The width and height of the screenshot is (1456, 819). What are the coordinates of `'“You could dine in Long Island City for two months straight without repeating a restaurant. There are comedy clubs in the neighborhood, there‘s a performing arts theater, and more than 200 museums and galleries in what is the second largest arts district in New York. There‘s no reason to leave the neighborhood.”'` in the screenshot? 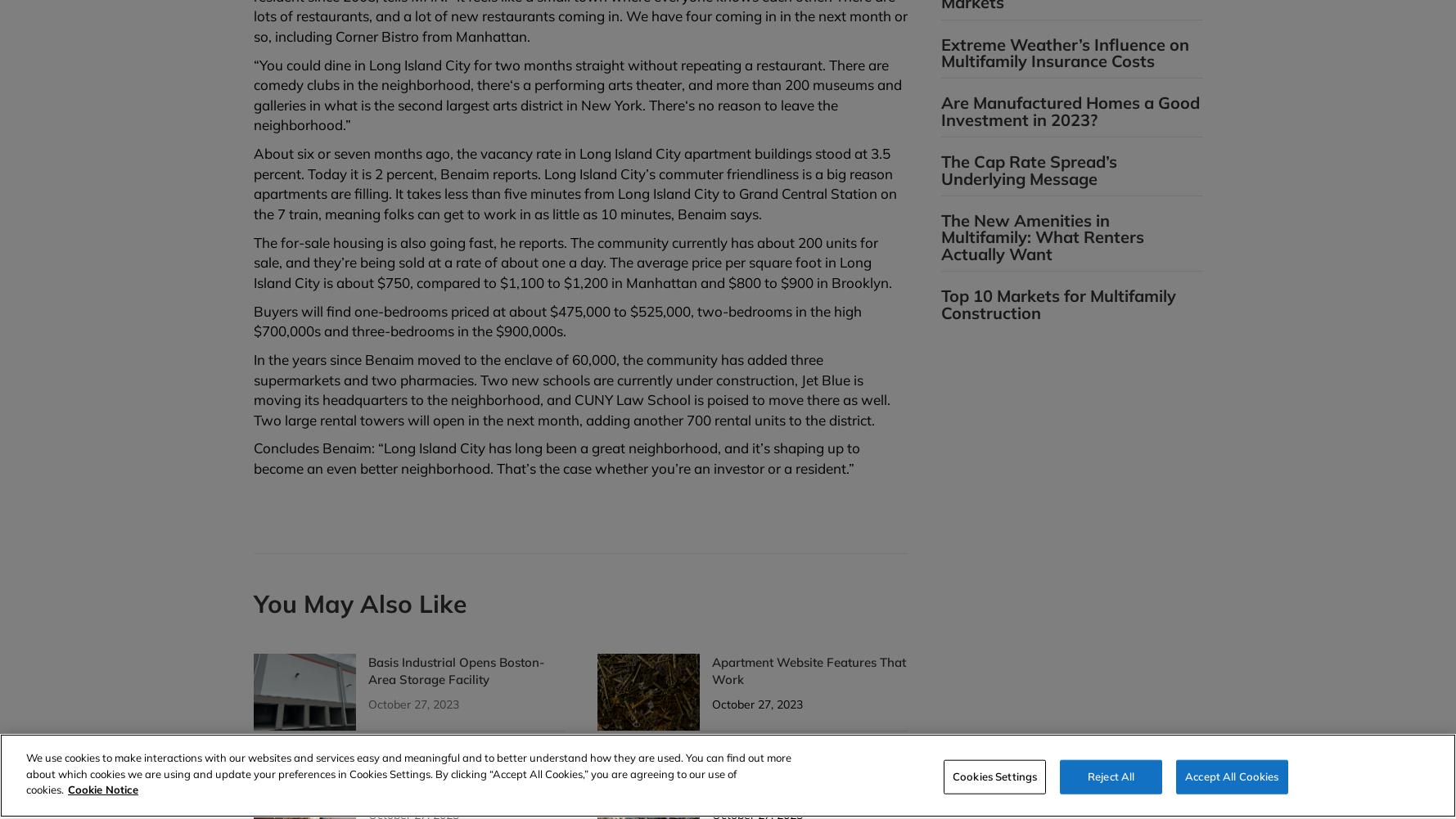 It's located at (253, 93).